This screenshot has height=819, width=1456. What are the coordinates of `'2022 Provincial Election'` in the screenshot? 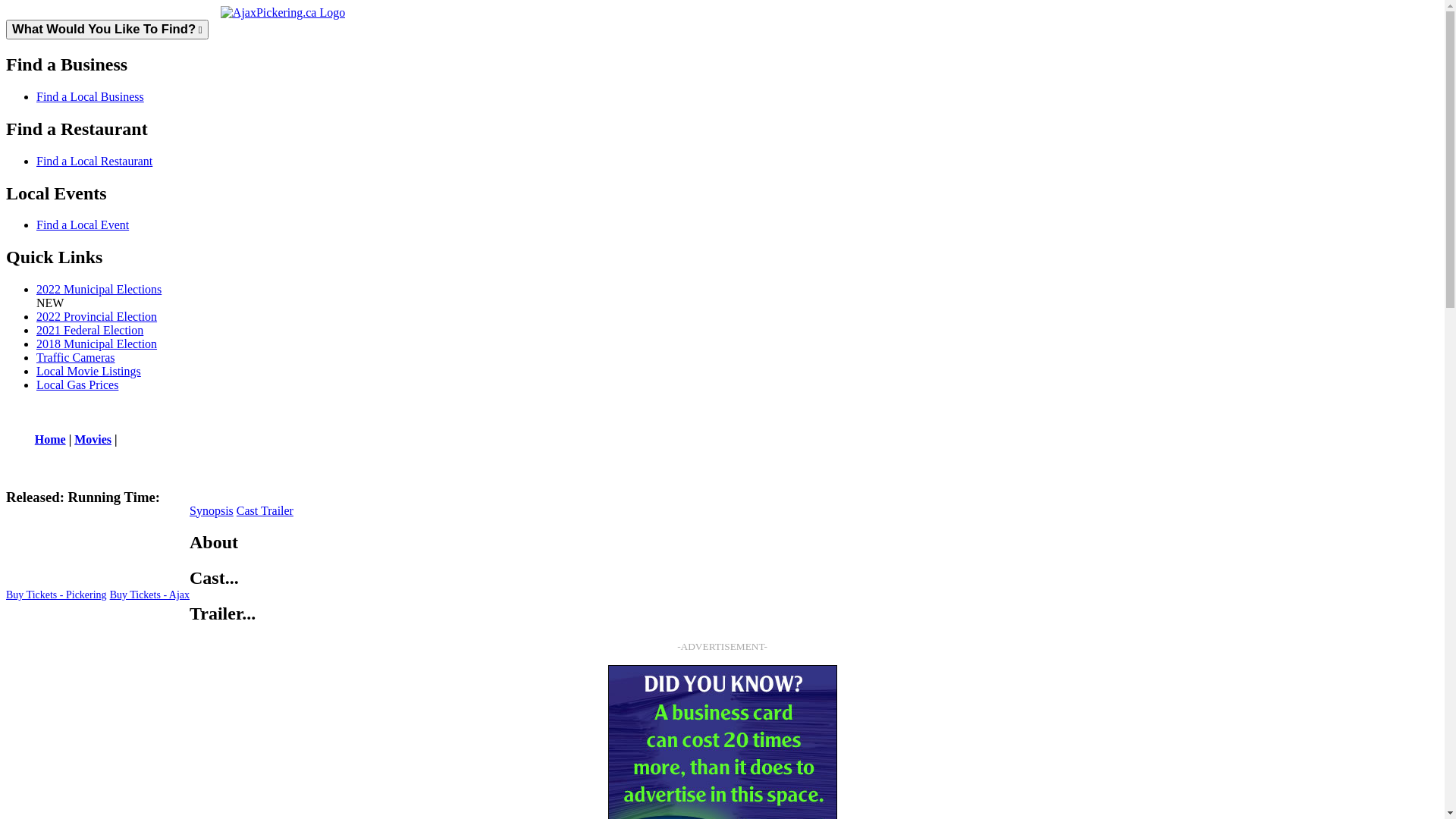 It's located at (96, 315).